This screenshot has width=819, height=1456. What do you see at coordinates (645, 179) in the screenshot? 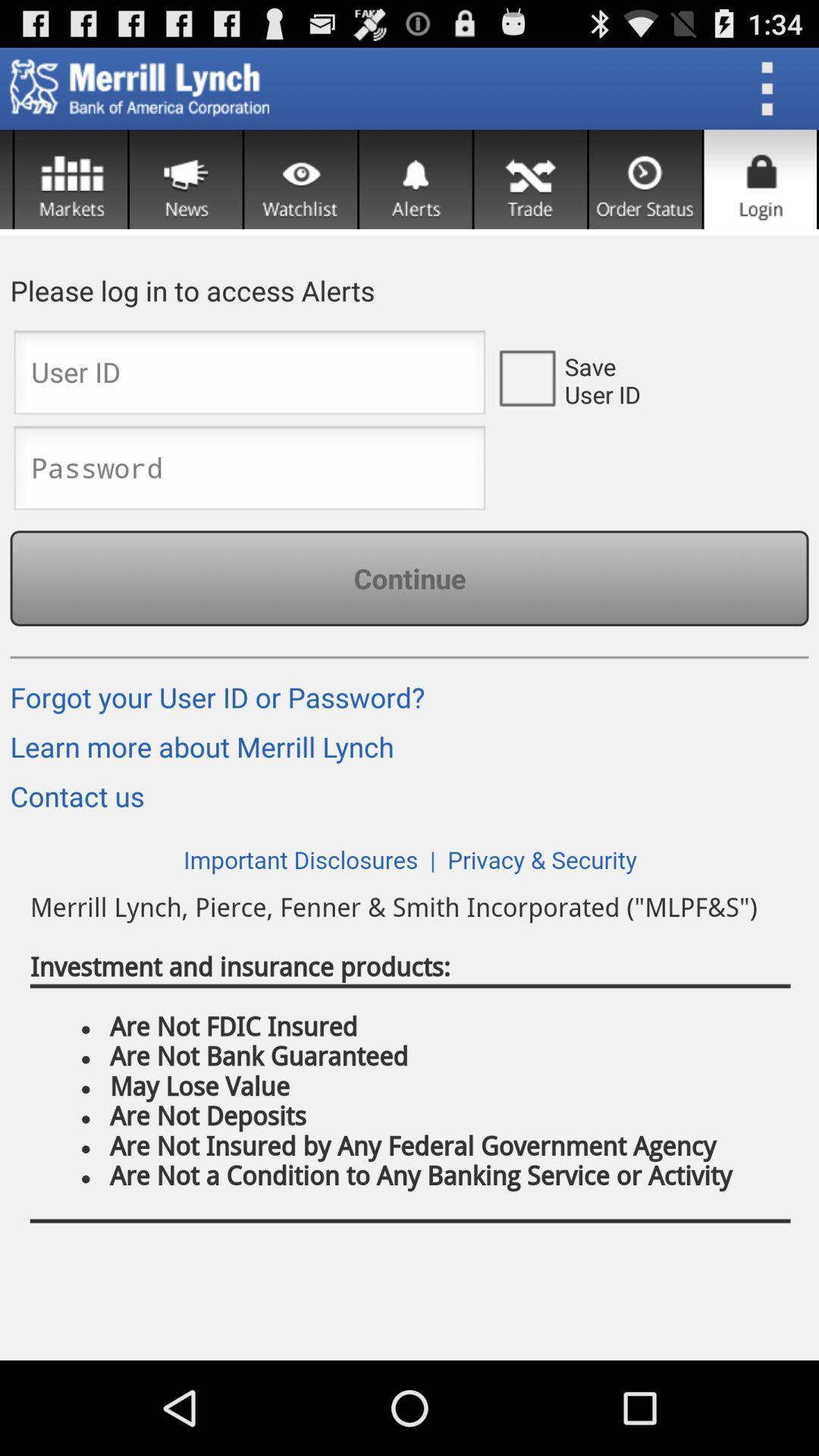
I see `order status button` at bounding box center [645, 179].